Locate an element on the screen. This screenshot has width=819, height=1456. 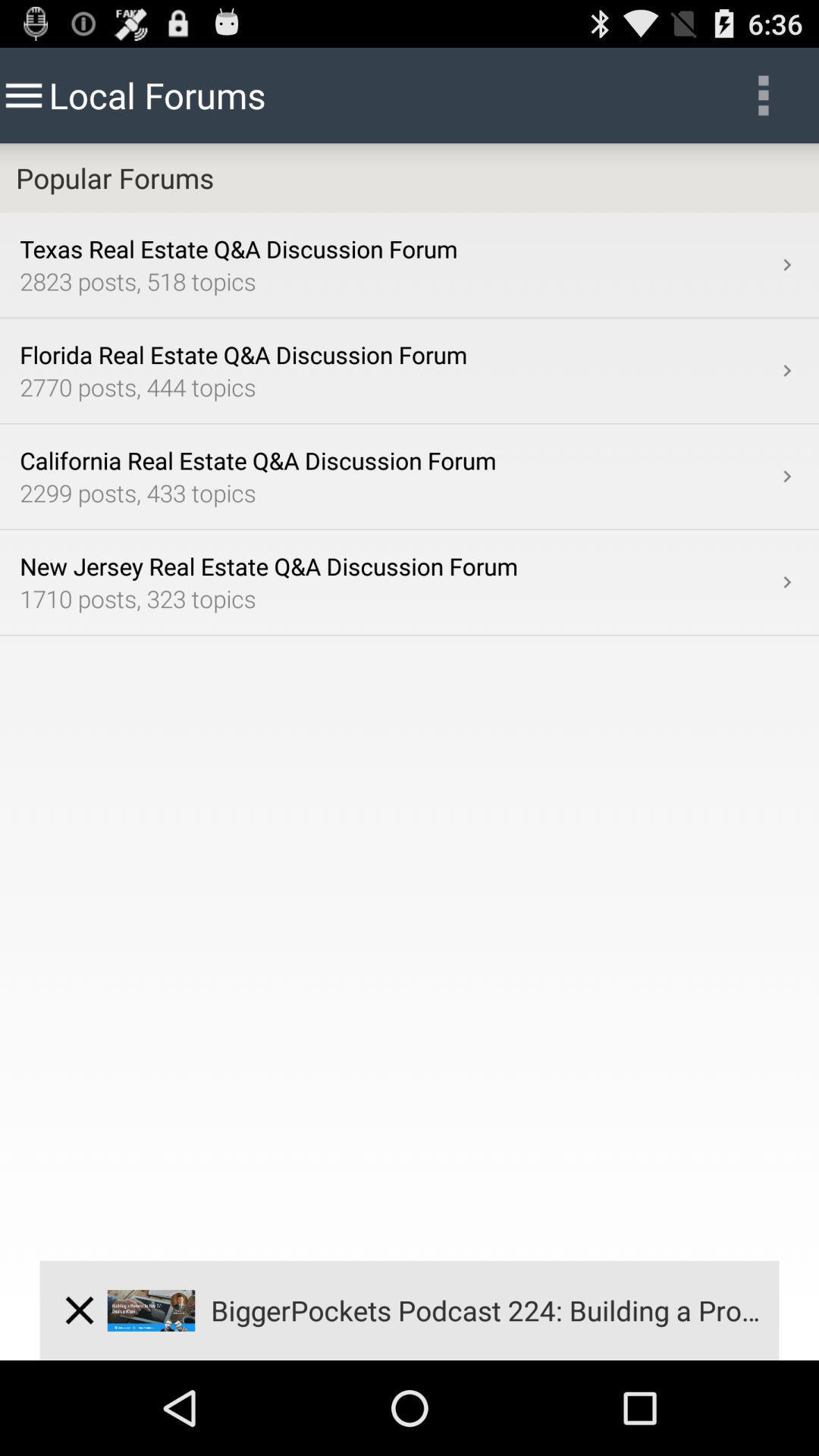
app below the california real estate item is located at coordinates (397, 492).